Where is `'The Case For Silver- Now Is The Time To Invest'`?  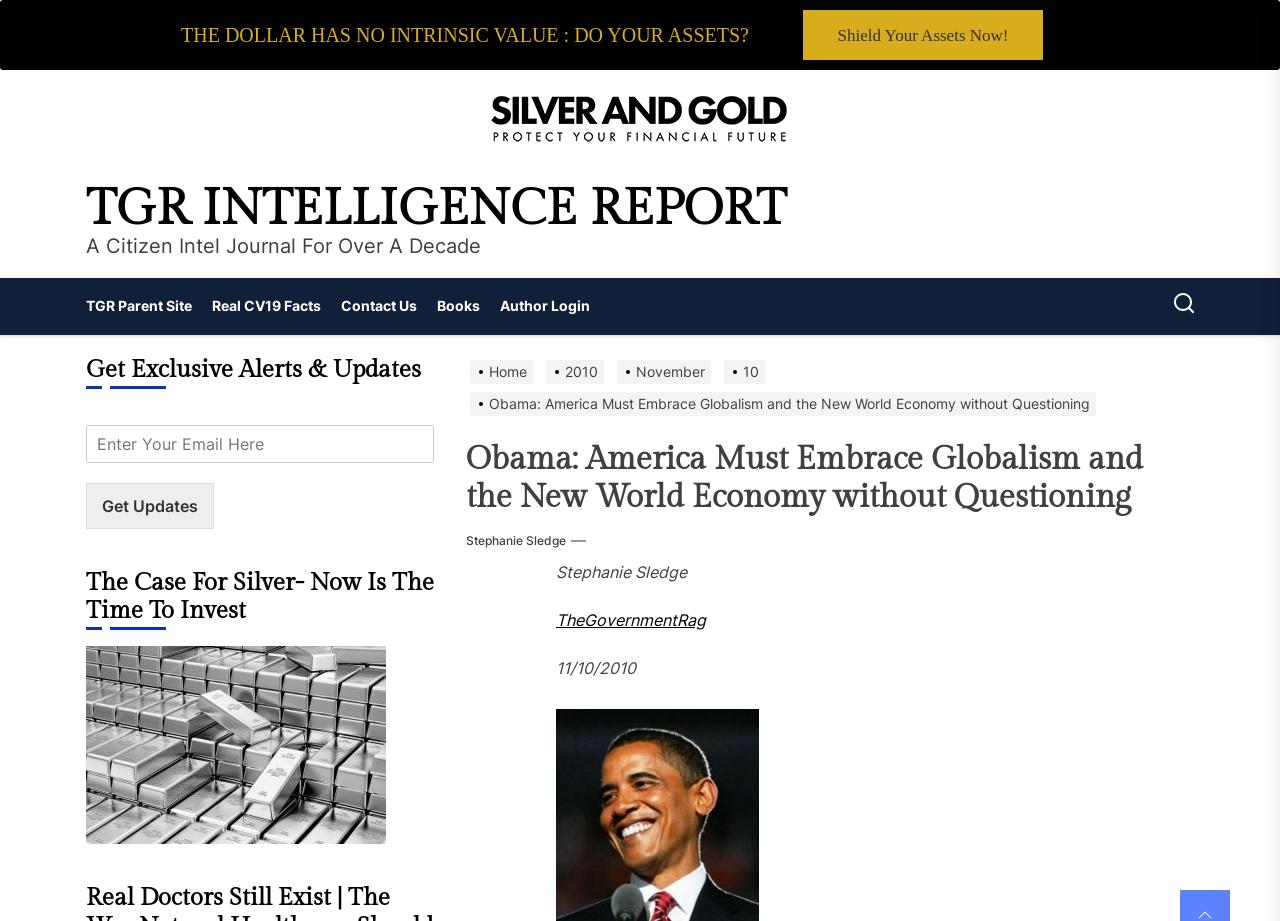
'The Case For Silver- Now Is The Time To Invest' is located at coordinates (258, 595).